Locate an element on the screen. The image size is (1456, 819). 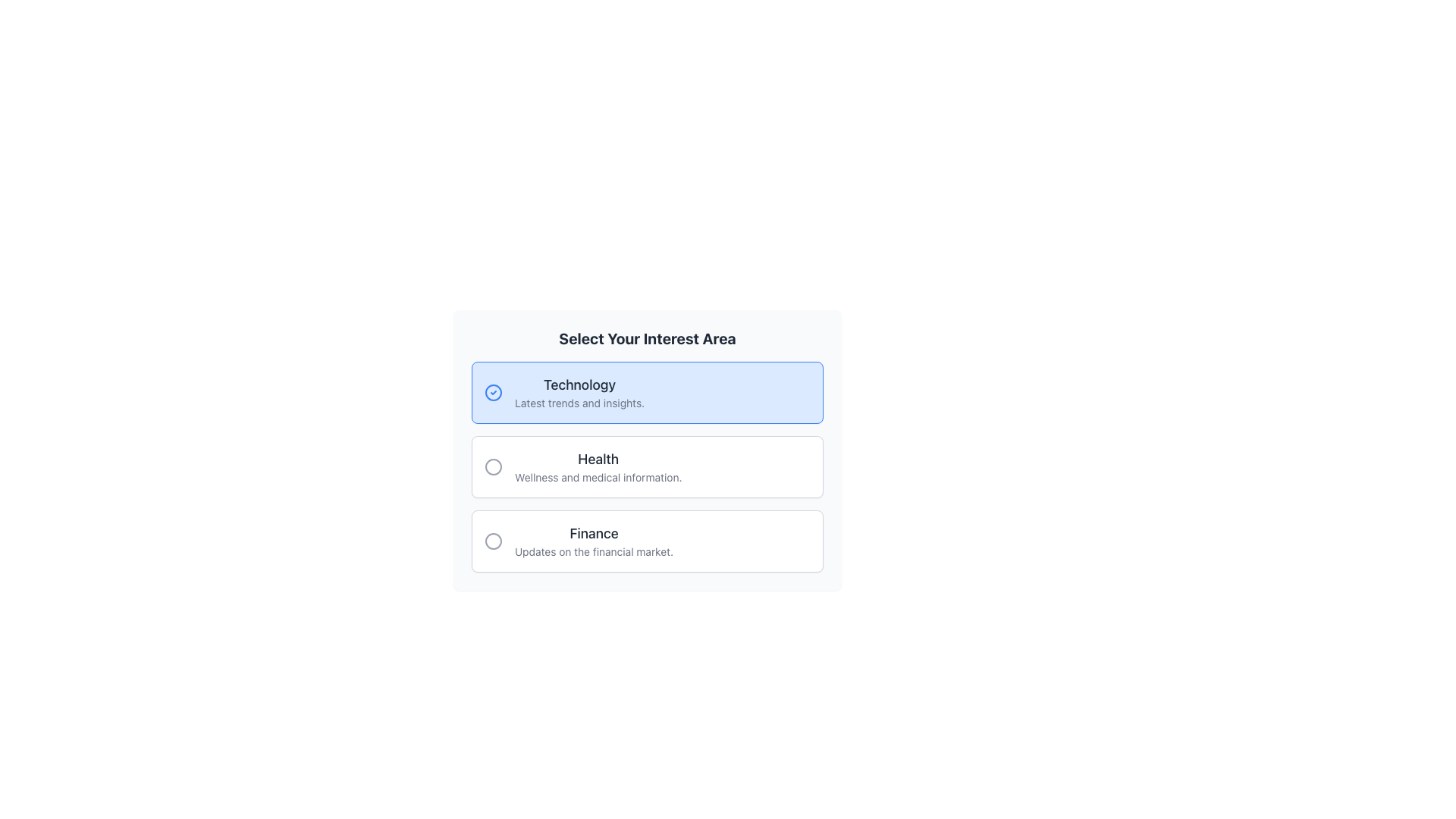
the SVG Circle Element that signifies the selection state for the 'Technology' option in the 'Select Your Interest Area' interface is located at coordinates (494, 391).